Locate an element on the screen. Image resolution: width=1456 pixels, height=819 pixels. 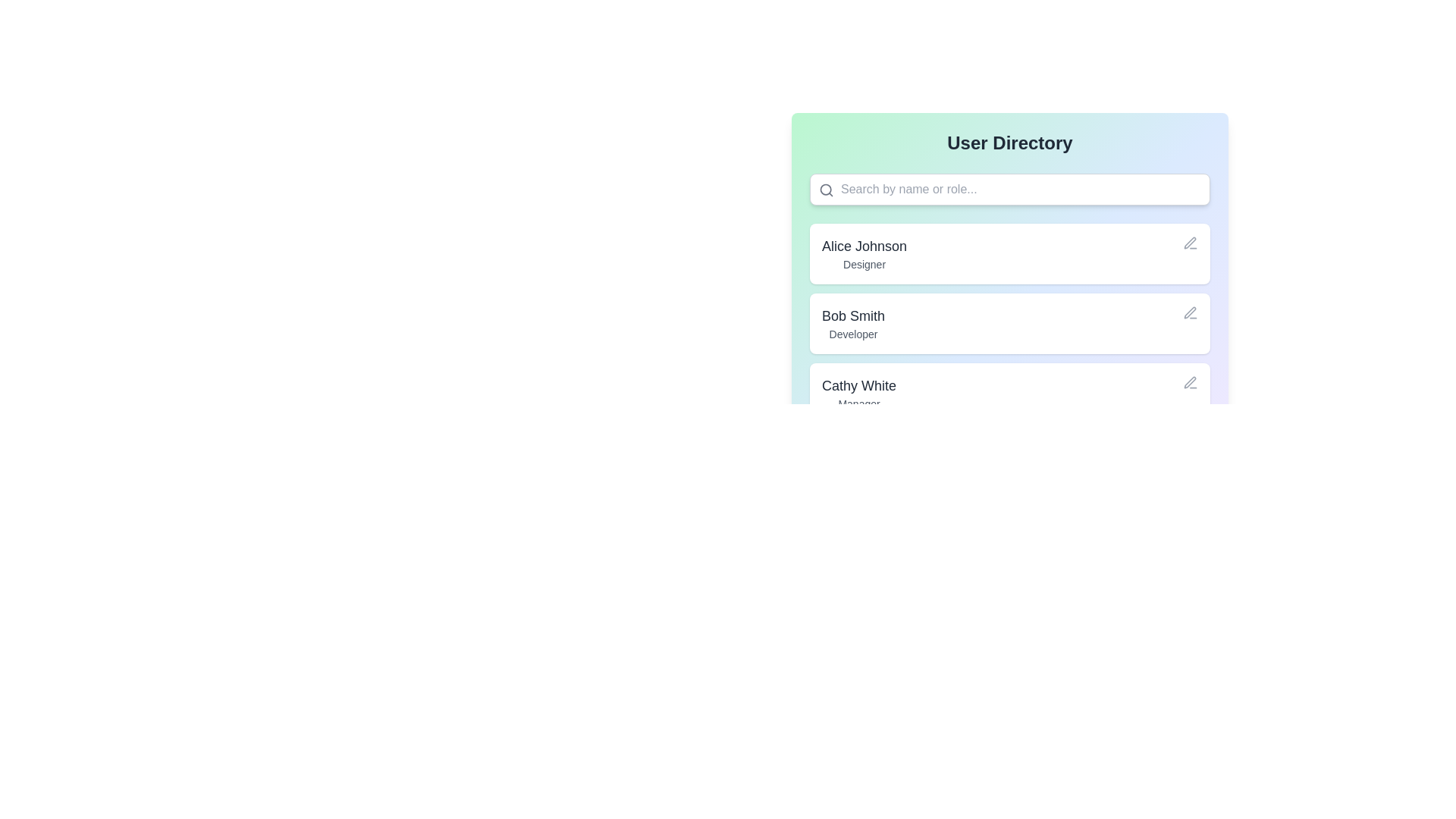
the decorative SVG magnifying glass icon located at the left end of the search field in the user interface, which is the first visual component in the 'User Directory' header is located at coordinates (825, 189).